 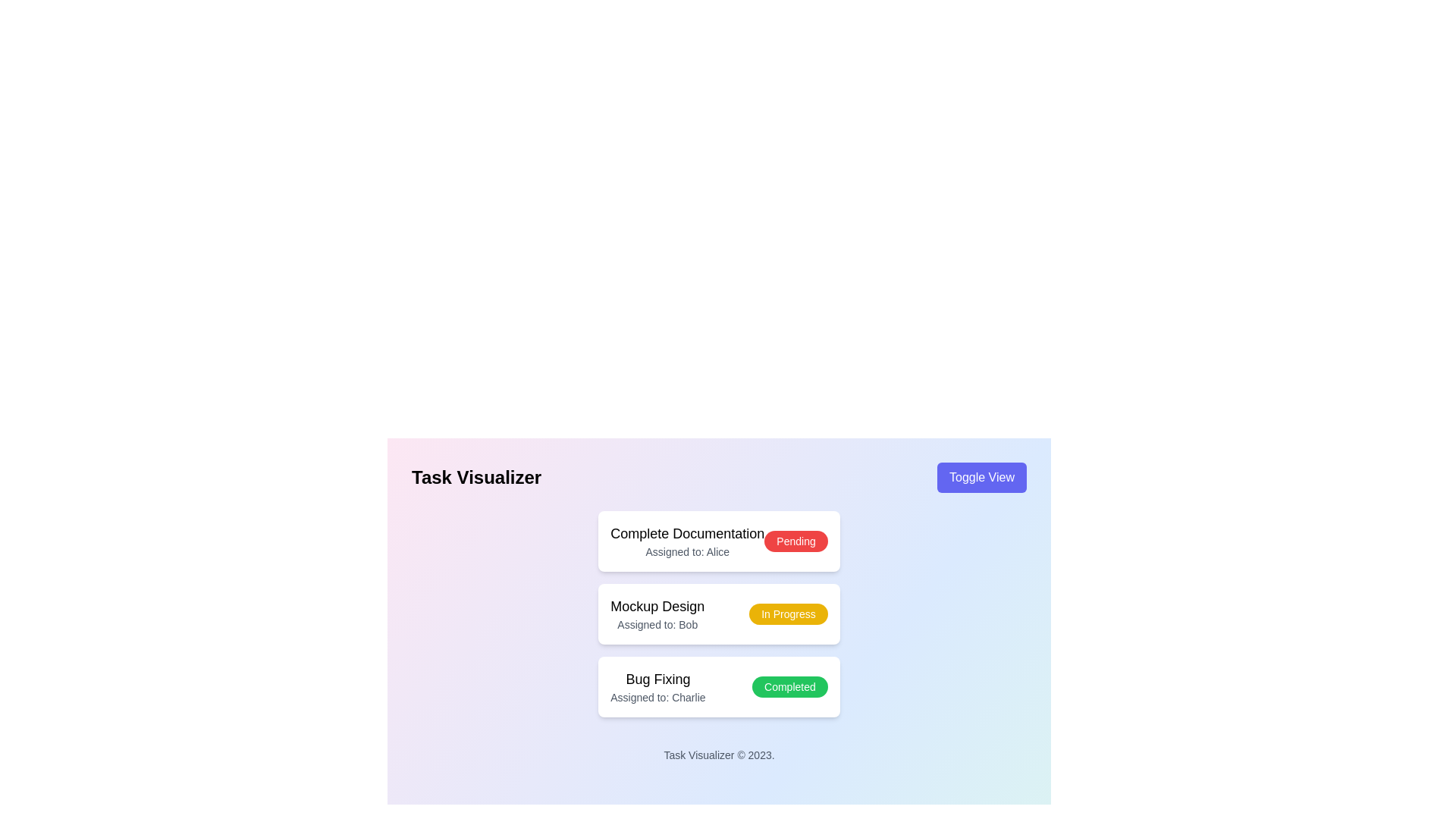 I want to click on the Status badge indicating 'In Progress' next to the task titled 'Mockup Design', so click(x=788, y=614).